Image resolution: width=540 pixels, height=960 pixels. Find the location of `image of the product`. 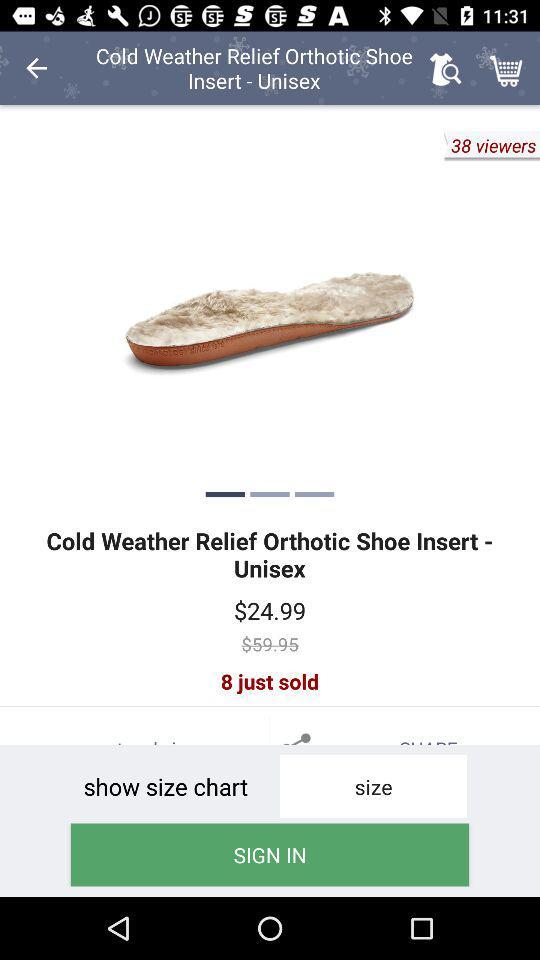

image of the product is located at coordinates (270, 309).